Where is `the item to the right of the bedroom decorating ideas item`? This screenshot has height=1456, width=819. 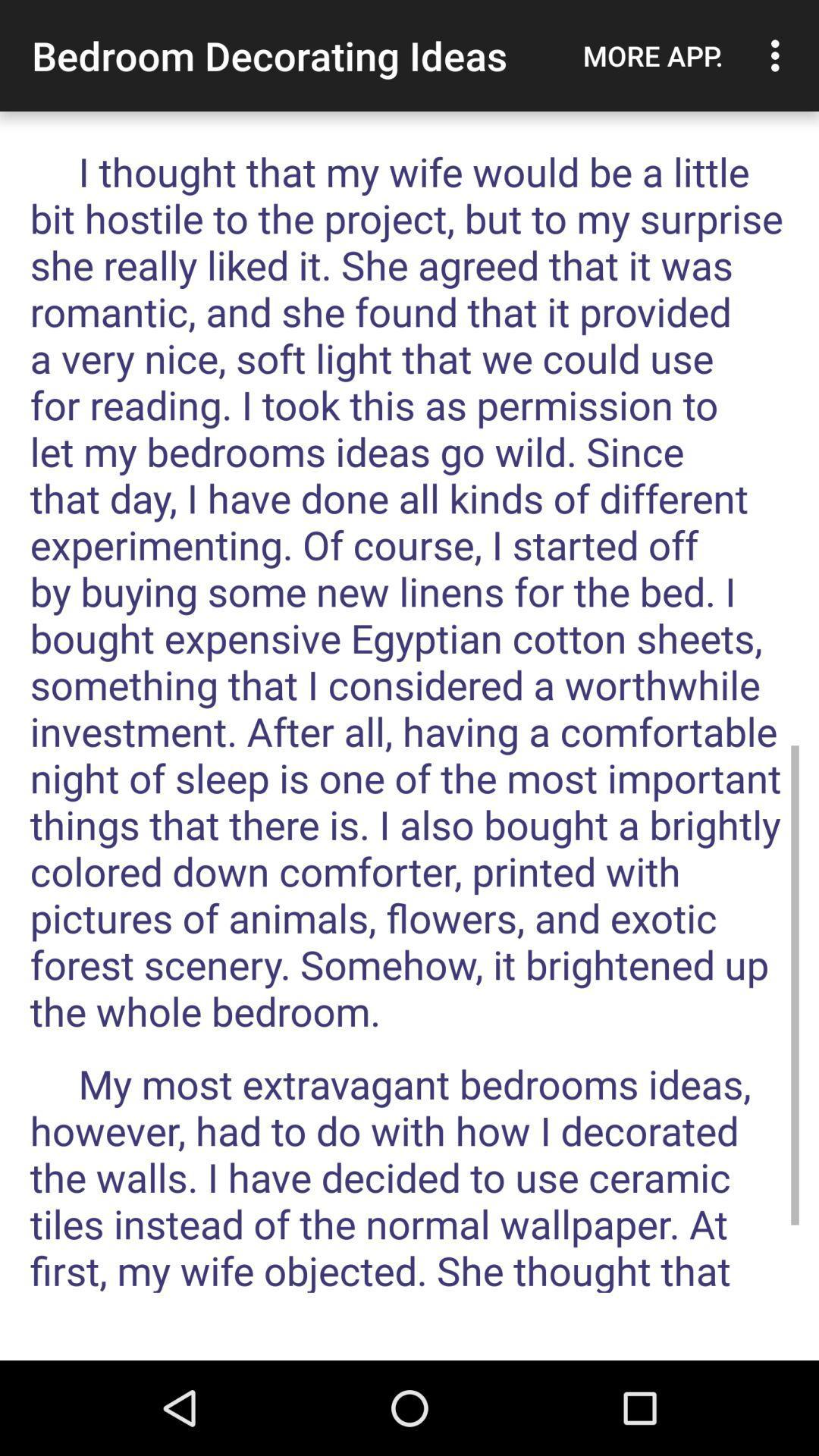
the item to the right of the bedroom decorating ideas item is located at coordinates (652, 55).